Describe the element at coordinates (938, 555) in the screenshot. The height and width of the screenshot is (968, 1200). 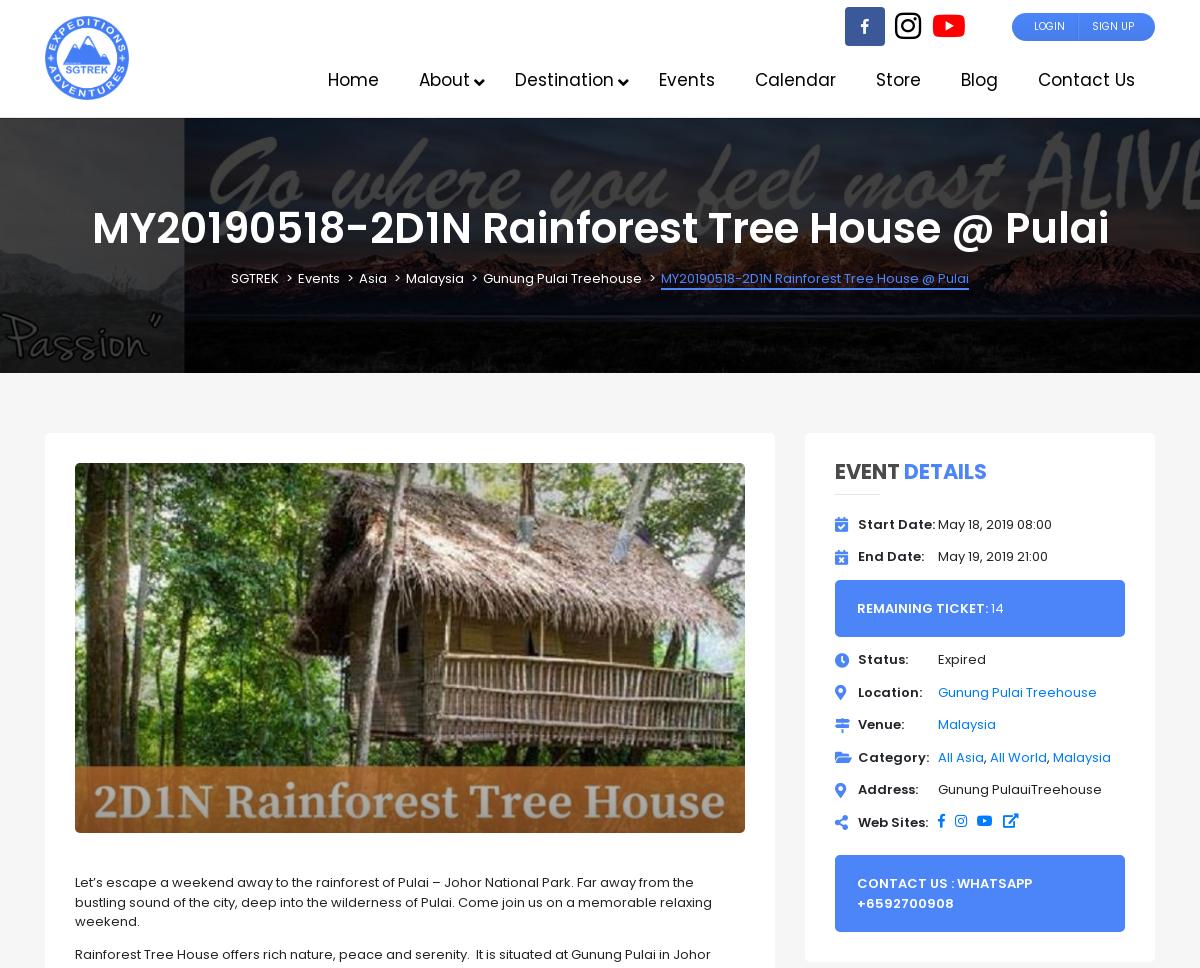
I see `'May 19, 2019 21:00'` at that location.